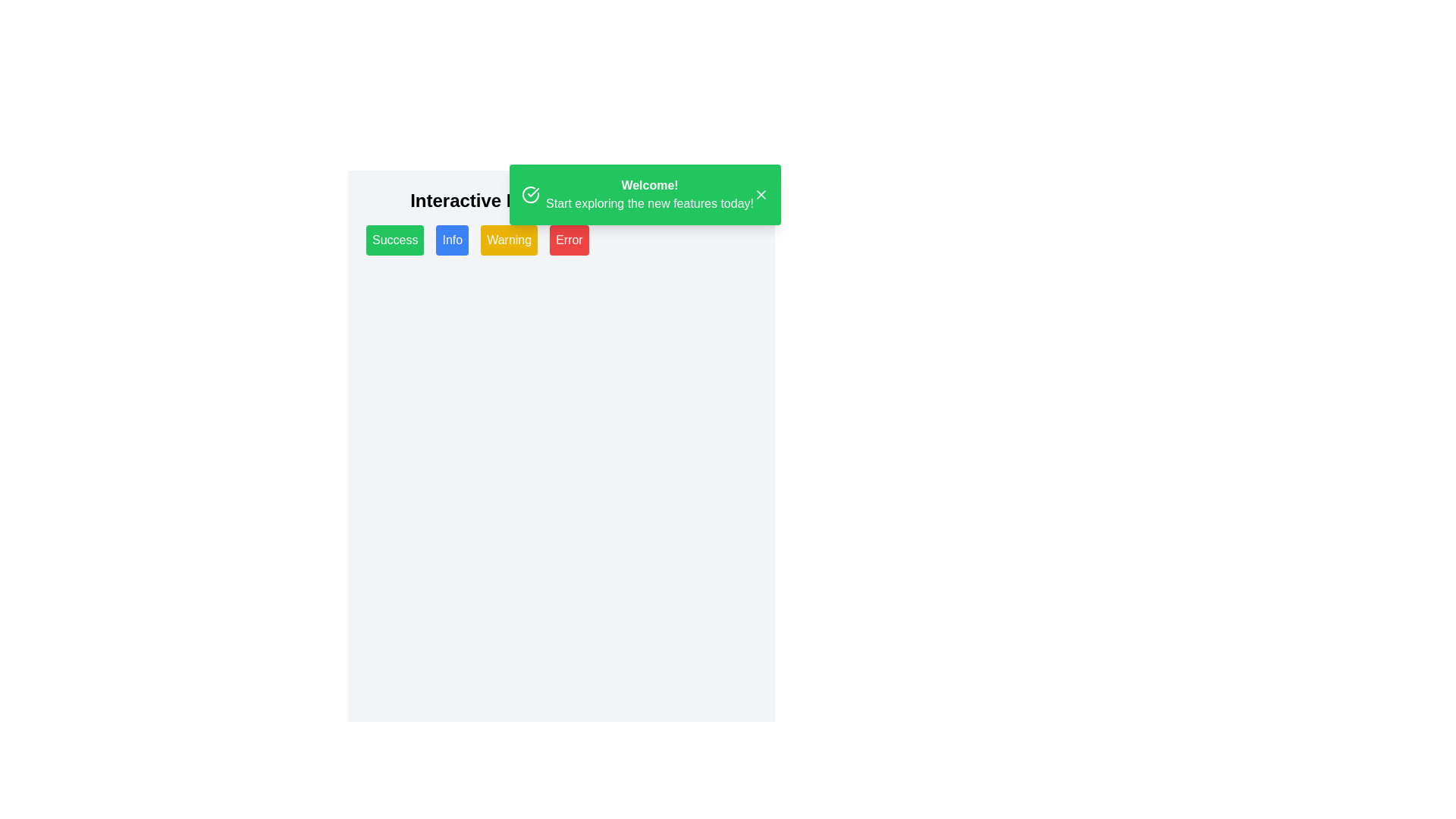 This screenshot has width=1456, height=819. Describe the element at coordinates (650, 203) in the screenshot. I see `the text display that reads 'Start exploring the new features today!' which is positioned below the 'Welcome!' text in a green notification box` at that location.